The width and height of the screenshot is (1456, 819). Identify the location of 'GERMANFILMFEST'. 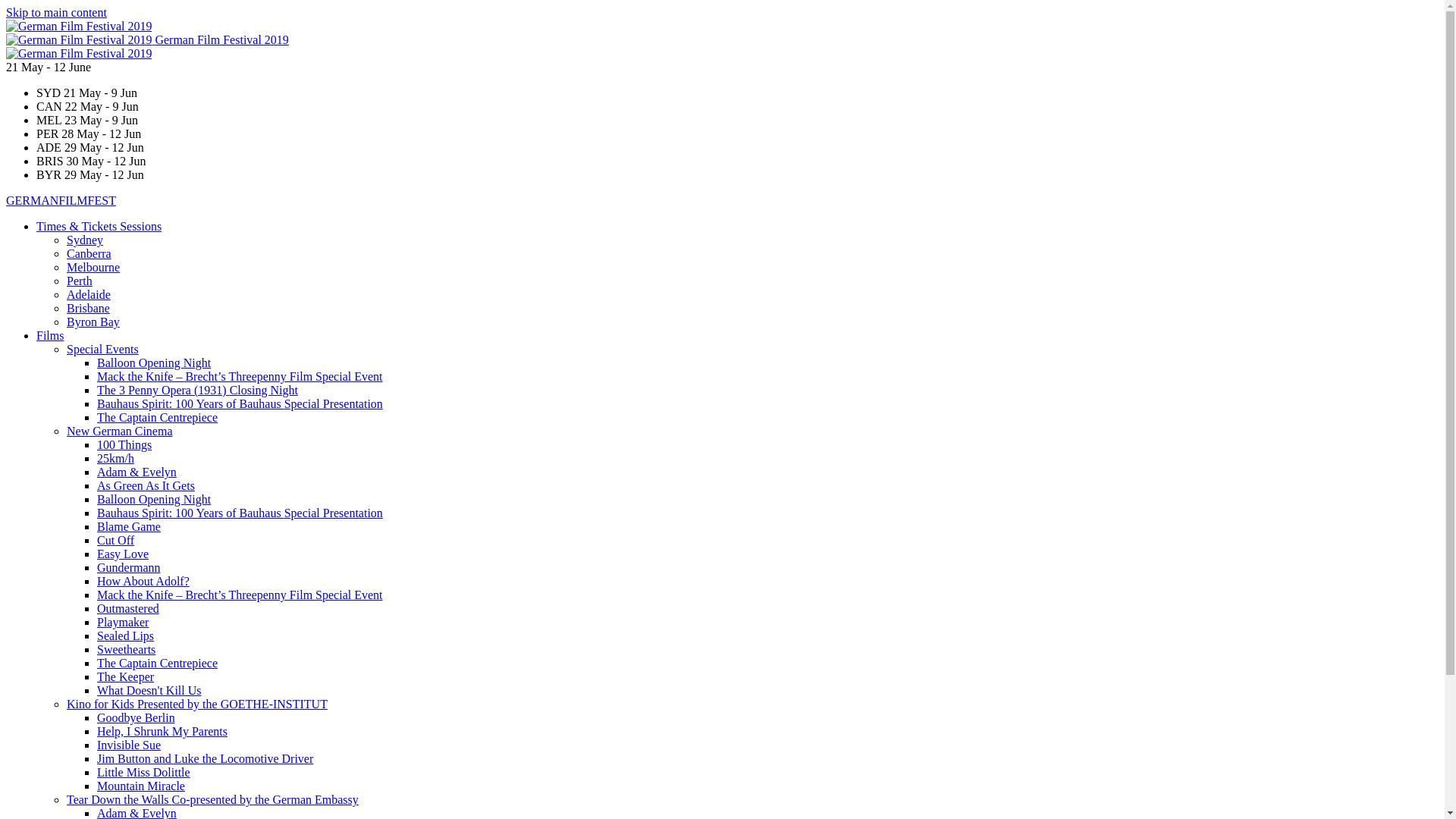
(61, 199).